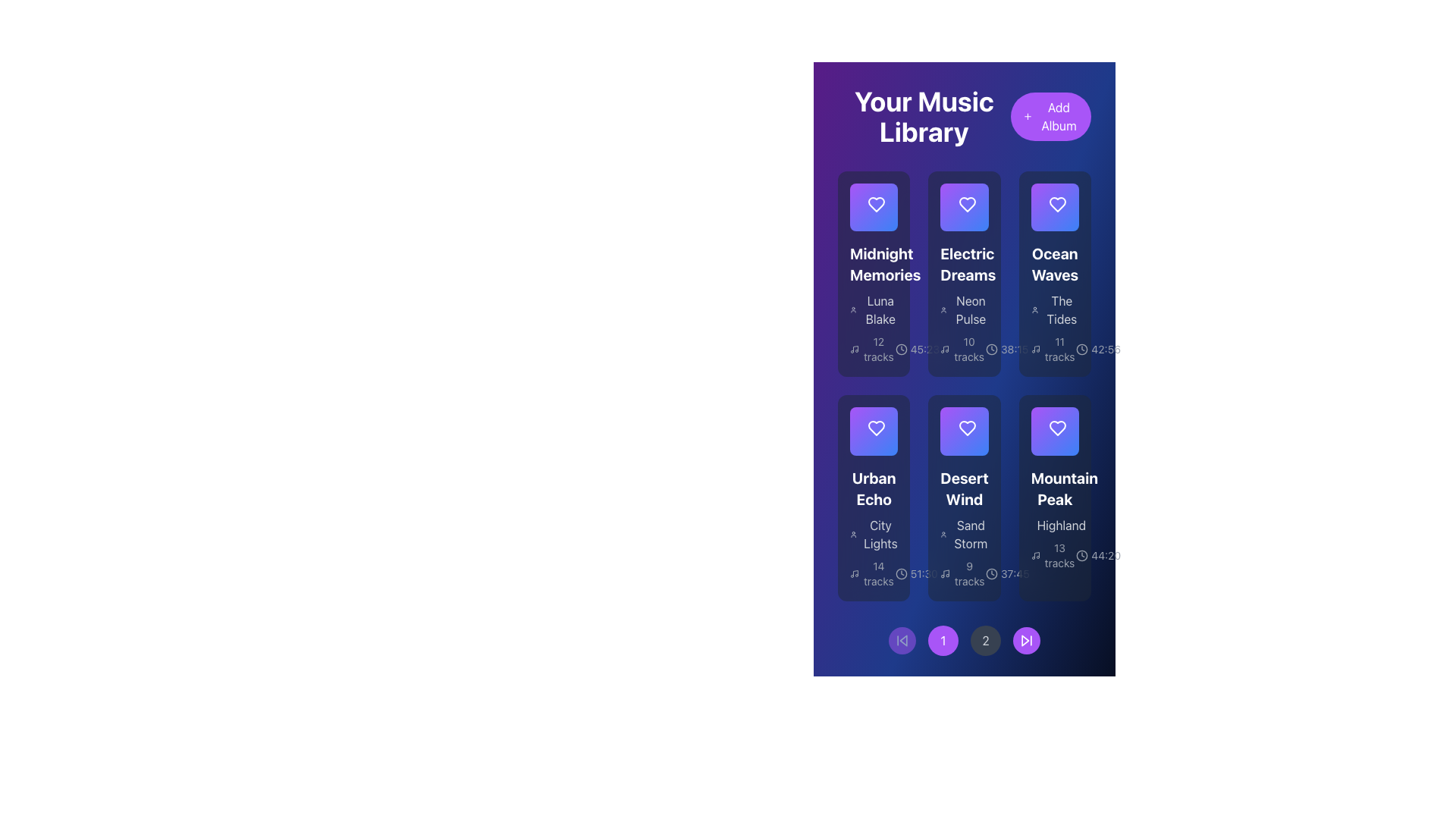 The image size is (1456, 819). I want to click on the user profile icon, which is a small circular silhouette icon located to the left of the 'City Lights' text in the 'Urban Echo' album section, so click(853, 533).